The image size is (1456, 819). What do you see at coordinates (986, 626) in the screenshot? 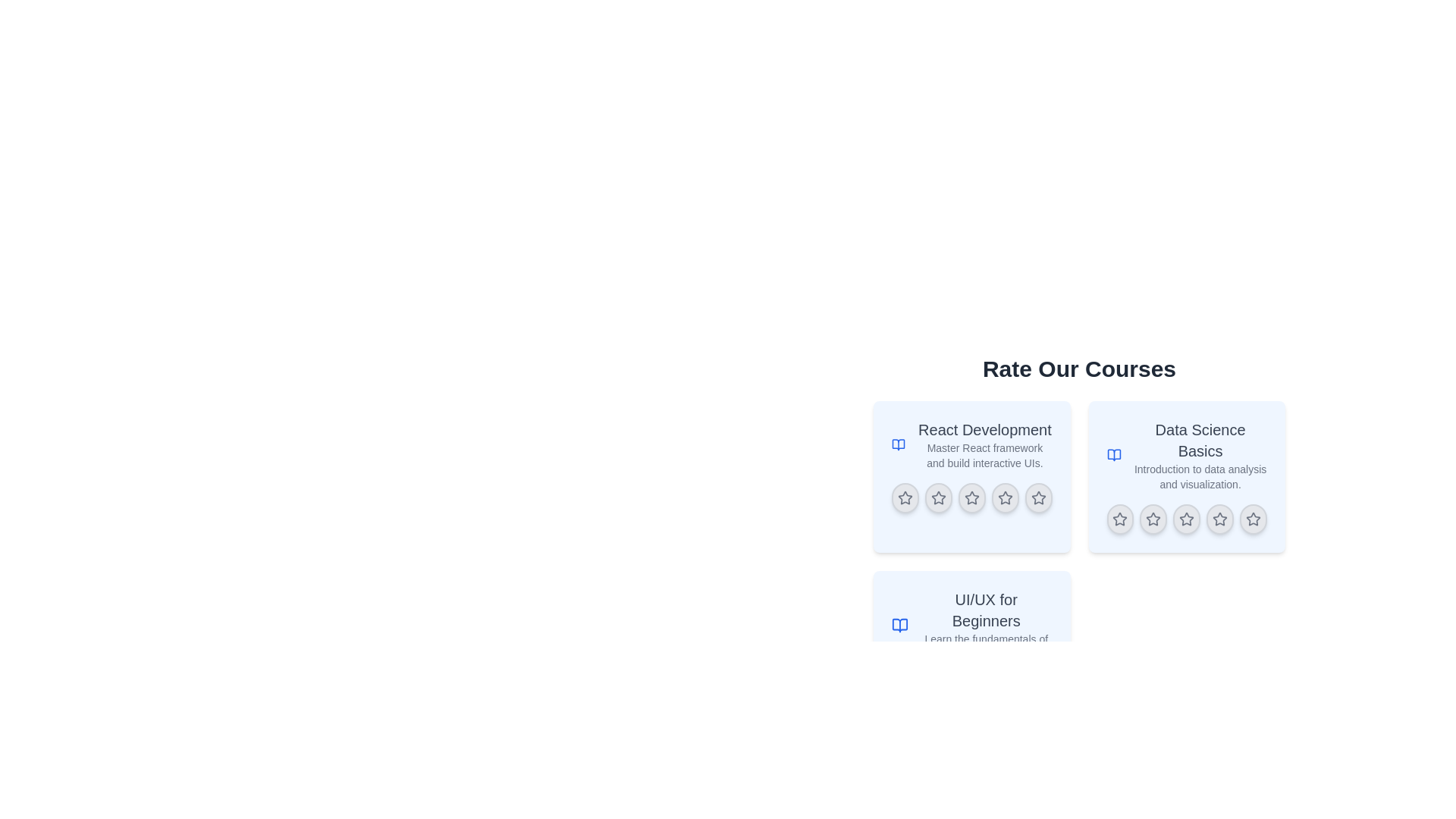
I see `the text section that presents the title and brief description of the course about UI/UX design, located in the bottom-left quadrant of the 'Rate Our Courses' section, specifically the third item in the vertical list` at bounding box center [986, 626].